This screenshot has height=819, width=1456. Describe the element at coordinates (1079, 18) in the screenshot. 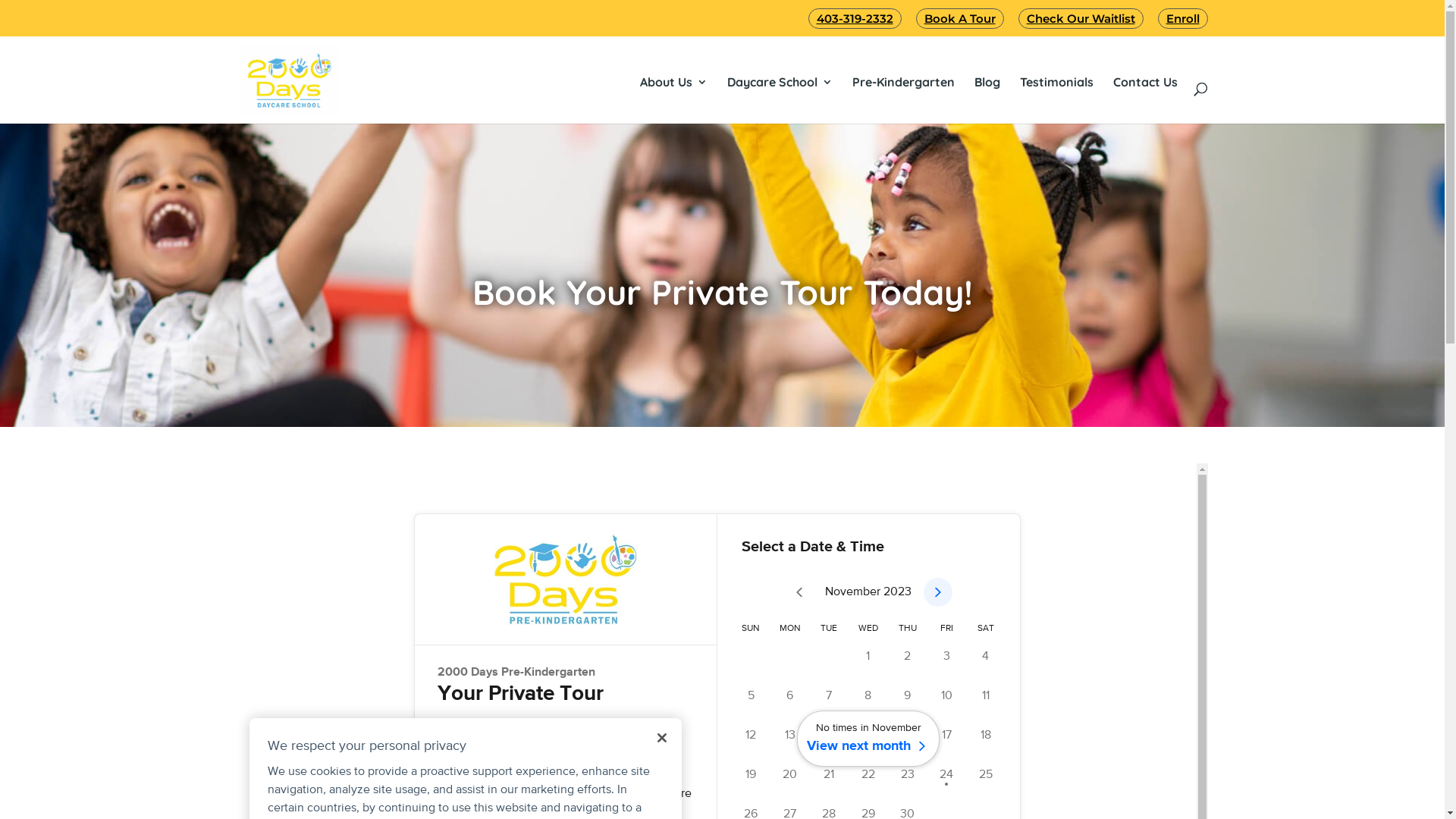

I see `'Check Our Waitlist'` at that location.